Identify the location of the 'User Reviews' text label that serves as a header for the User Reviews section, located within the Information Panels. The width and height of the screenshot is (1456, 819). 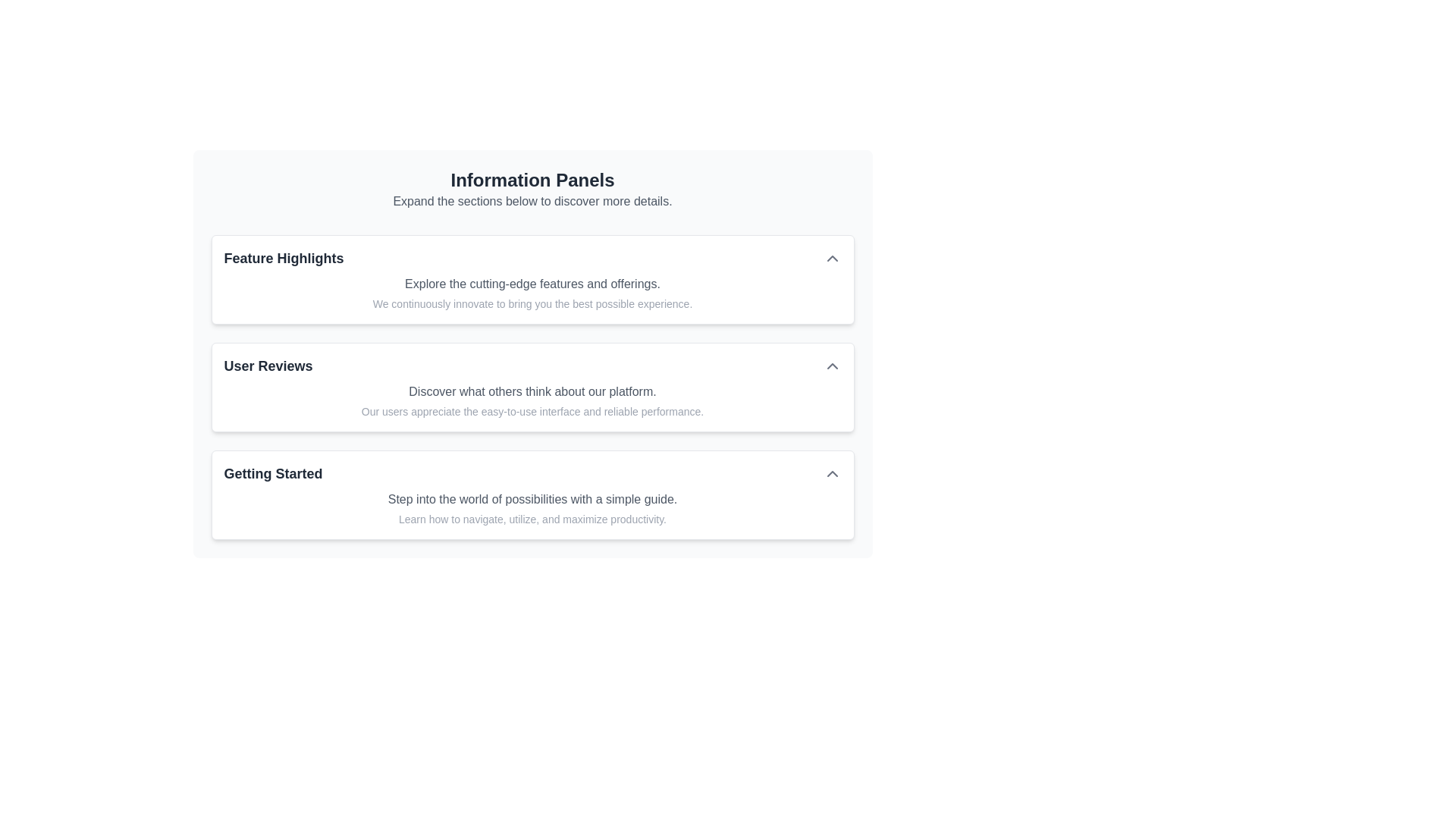
(268, 366).